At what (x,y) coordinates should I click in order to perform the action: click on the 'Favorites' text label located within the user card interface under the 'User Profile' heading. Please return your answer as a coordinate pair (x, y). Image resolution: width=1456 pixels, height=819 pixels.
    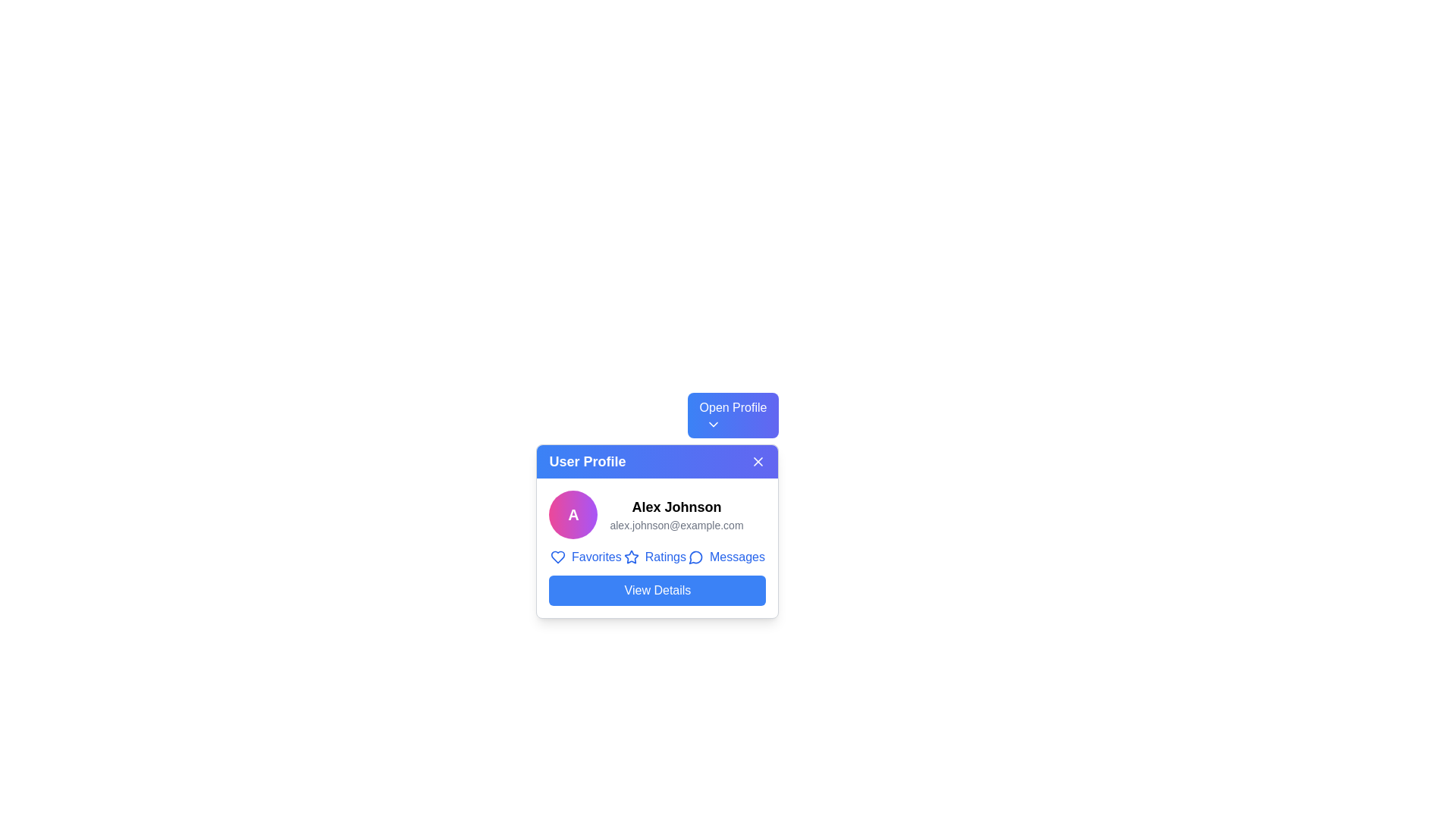
    Looking at the image, I should click on (595, 557).